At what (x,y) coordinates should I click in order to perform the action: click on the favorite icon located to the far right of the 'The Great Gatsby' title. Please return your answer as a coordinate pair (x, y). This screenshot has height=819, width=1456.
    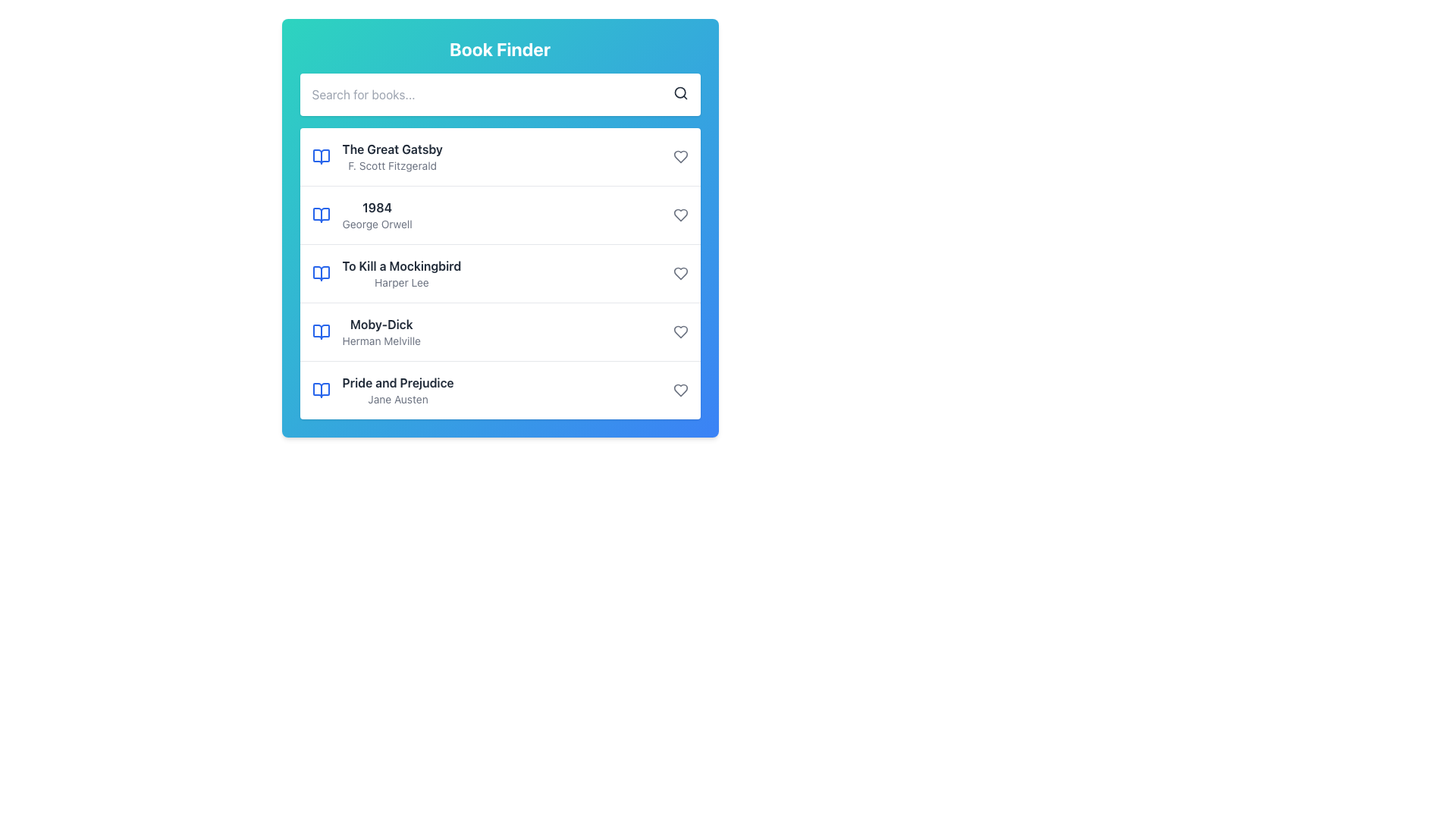
    Looking at the image, I should click on (679, 157).